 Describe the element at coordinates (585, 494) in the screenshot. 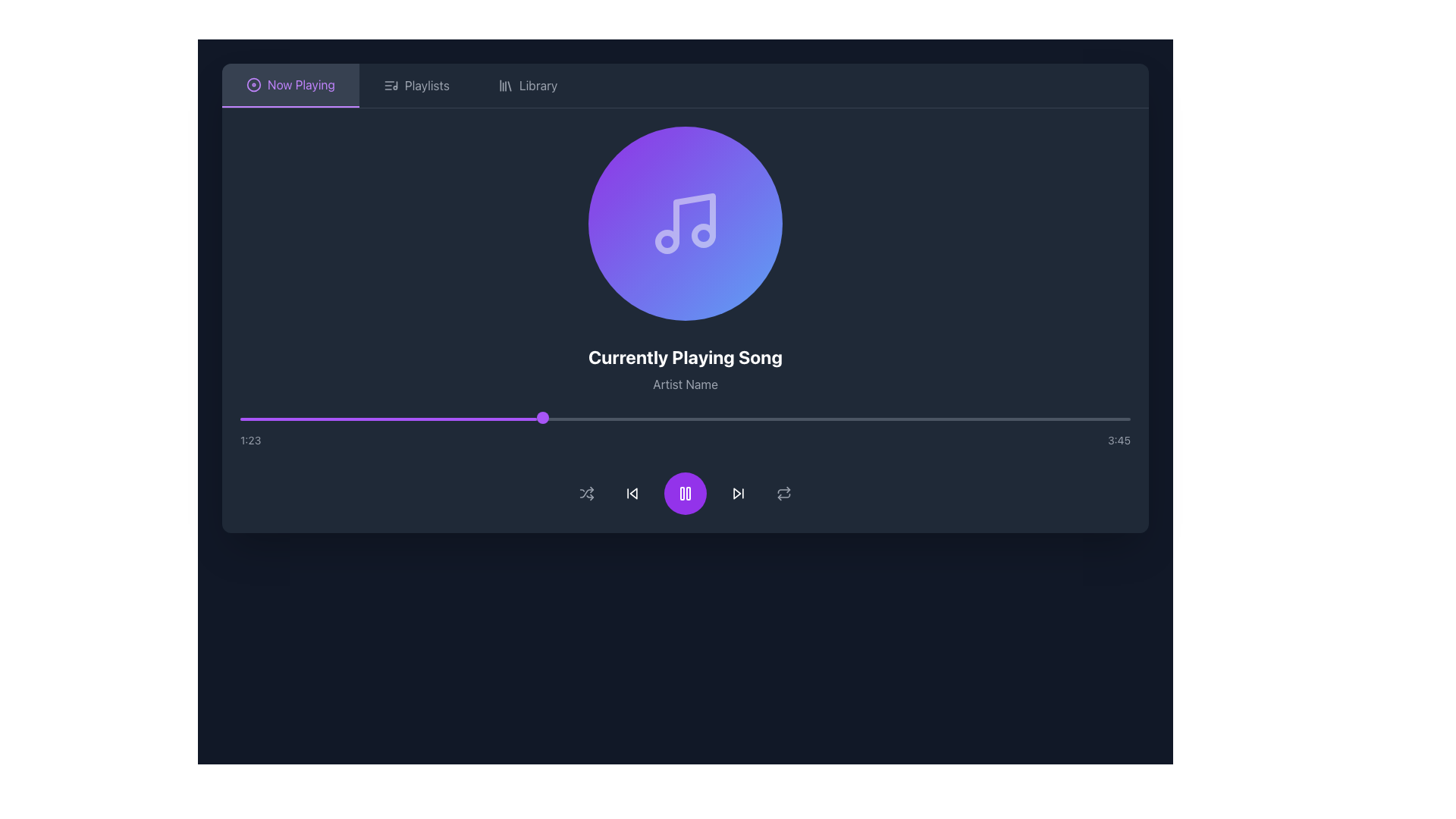

I see `the shuffle icon button, which resembles two crossing arrows in a line-based design` at that location.